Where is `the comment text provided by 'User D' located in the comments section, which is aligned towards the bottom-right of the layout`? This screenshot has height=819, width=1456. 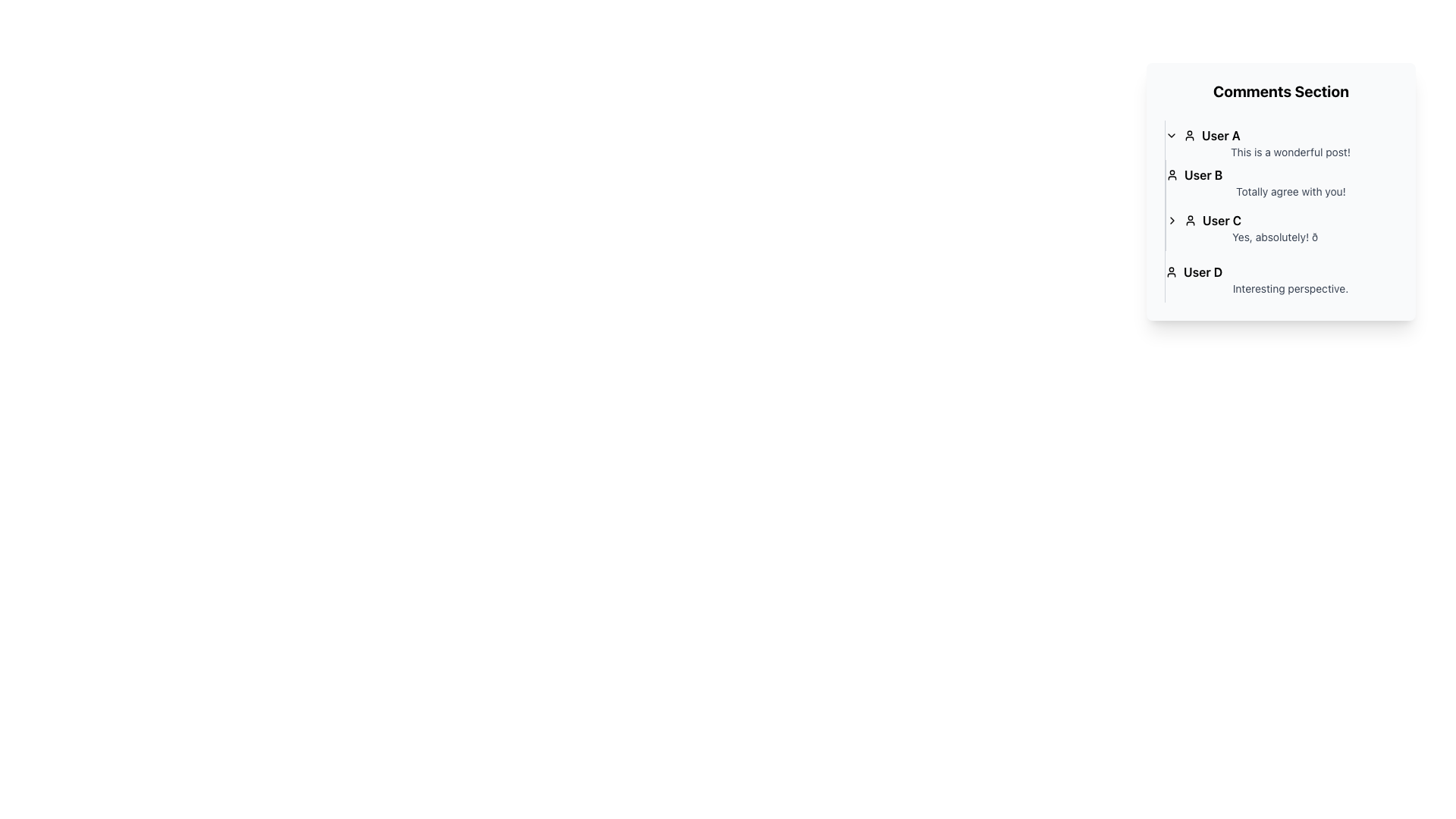
the comment text provided by 'User D' located in the comments section, which is aligned towards the bottom-right of the layout is located at coordinates (1280, 289).